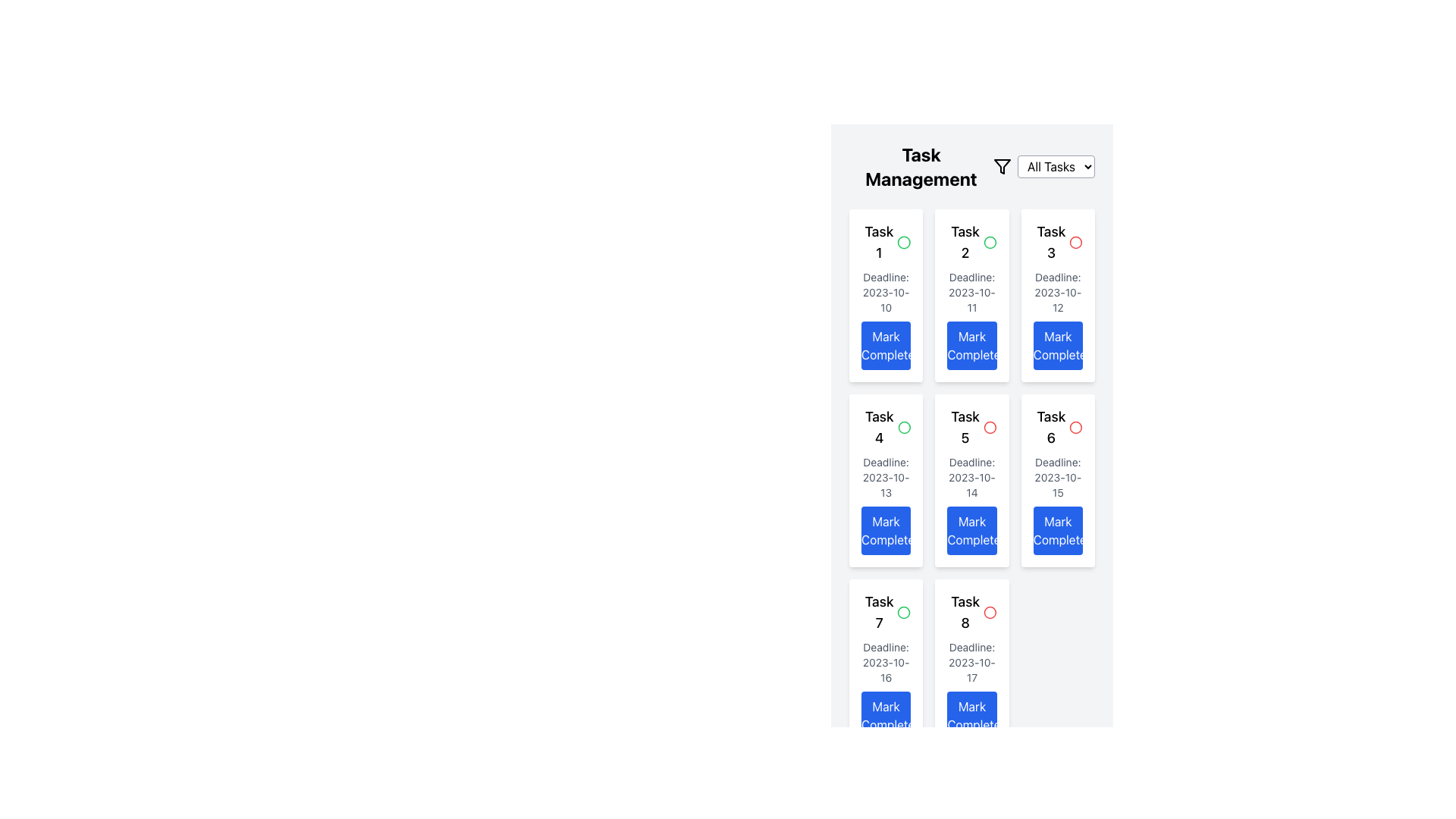 The image size is (1456, 819). Describe the element at coordinates (971, 295) in the screenshot. I see `the task item card that represents a task with details about its title and deadline, located in the first row and second column of the grid layout` at that location.